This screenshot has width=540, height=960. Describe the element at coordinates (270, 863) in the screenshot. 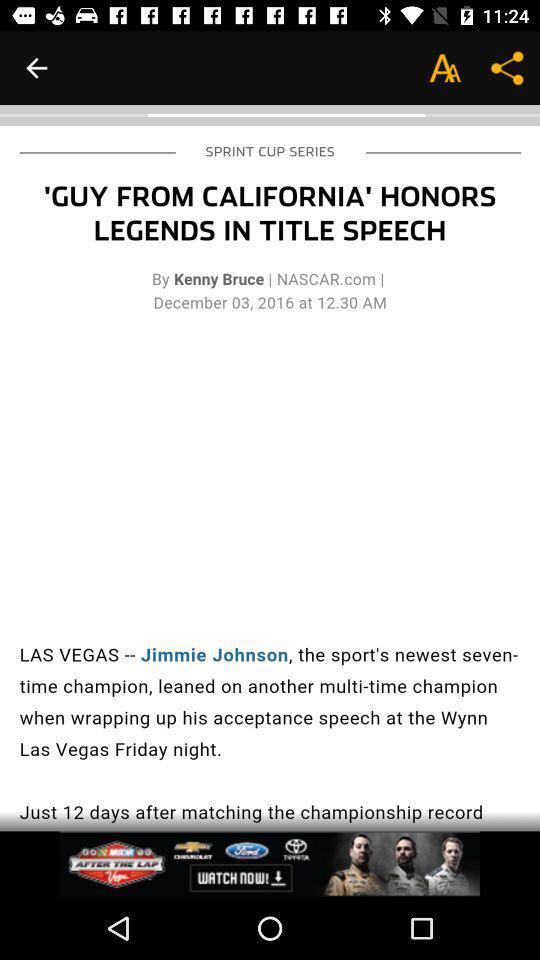

I see `advertisement` at that location.